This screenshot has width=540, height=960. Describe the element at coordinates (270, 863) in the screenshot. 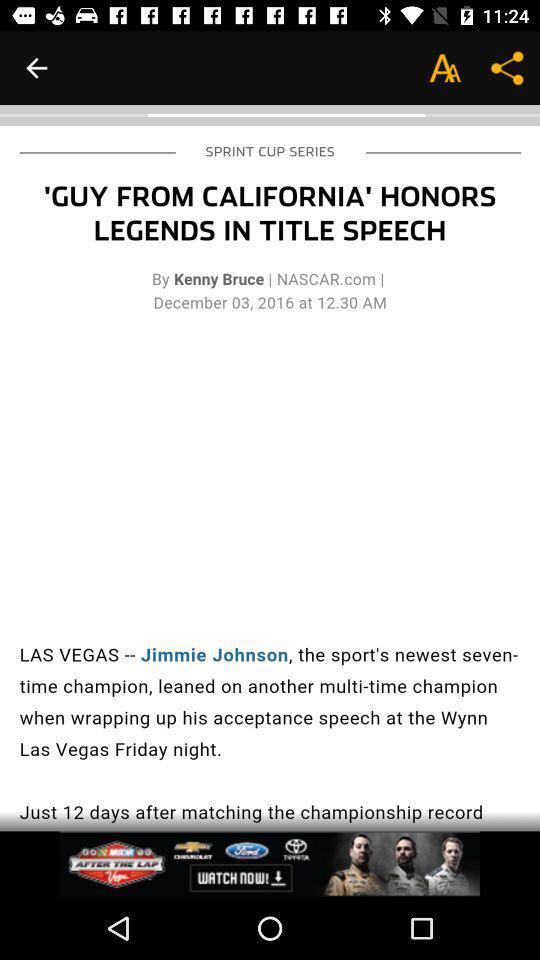

I see `advertisement` at that location.